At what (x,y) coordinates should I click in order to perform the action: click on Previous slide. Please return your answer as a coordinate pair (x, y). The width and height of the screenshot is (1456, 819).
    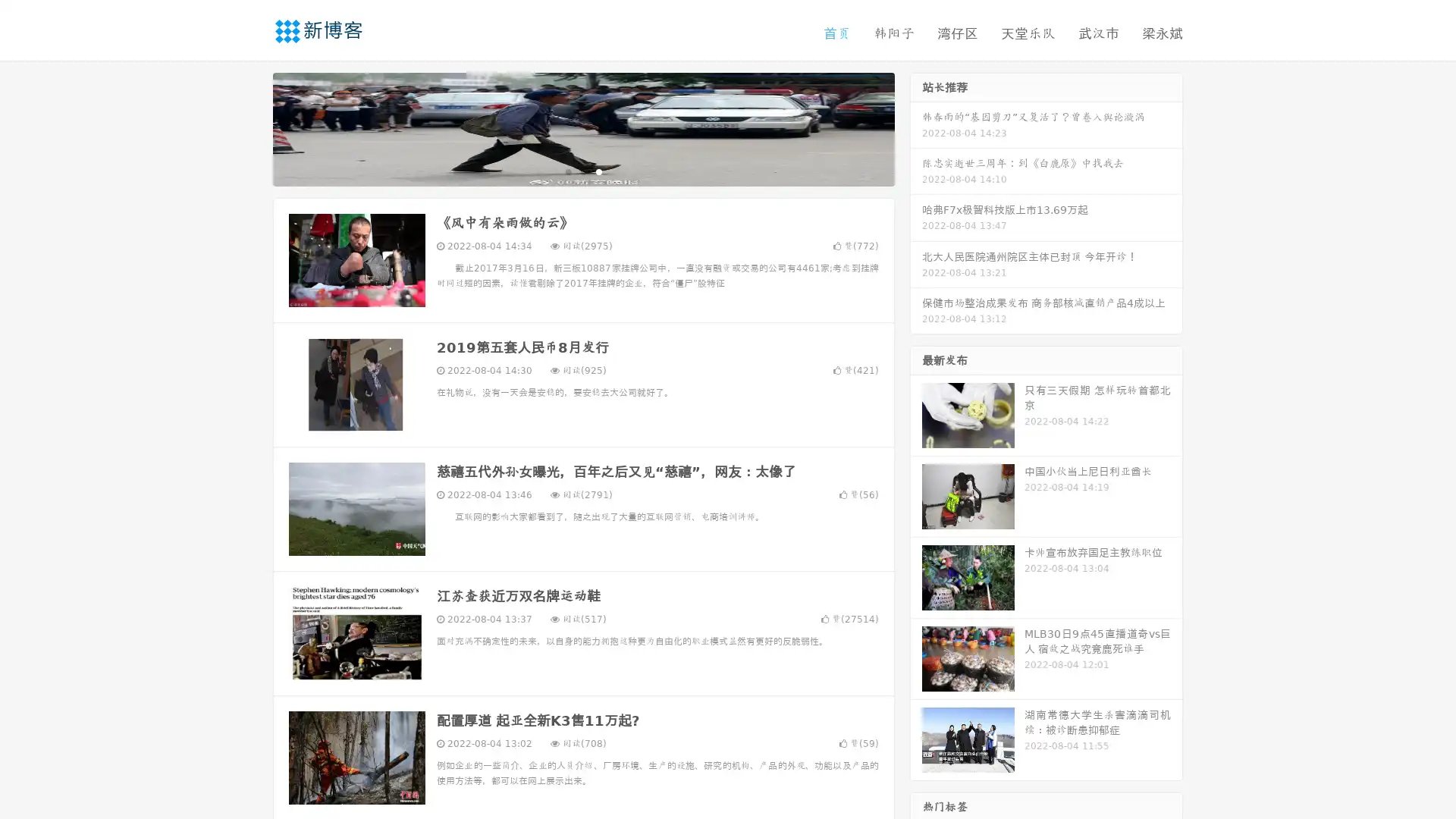
    Looking at the image, I should click on (250, 127).